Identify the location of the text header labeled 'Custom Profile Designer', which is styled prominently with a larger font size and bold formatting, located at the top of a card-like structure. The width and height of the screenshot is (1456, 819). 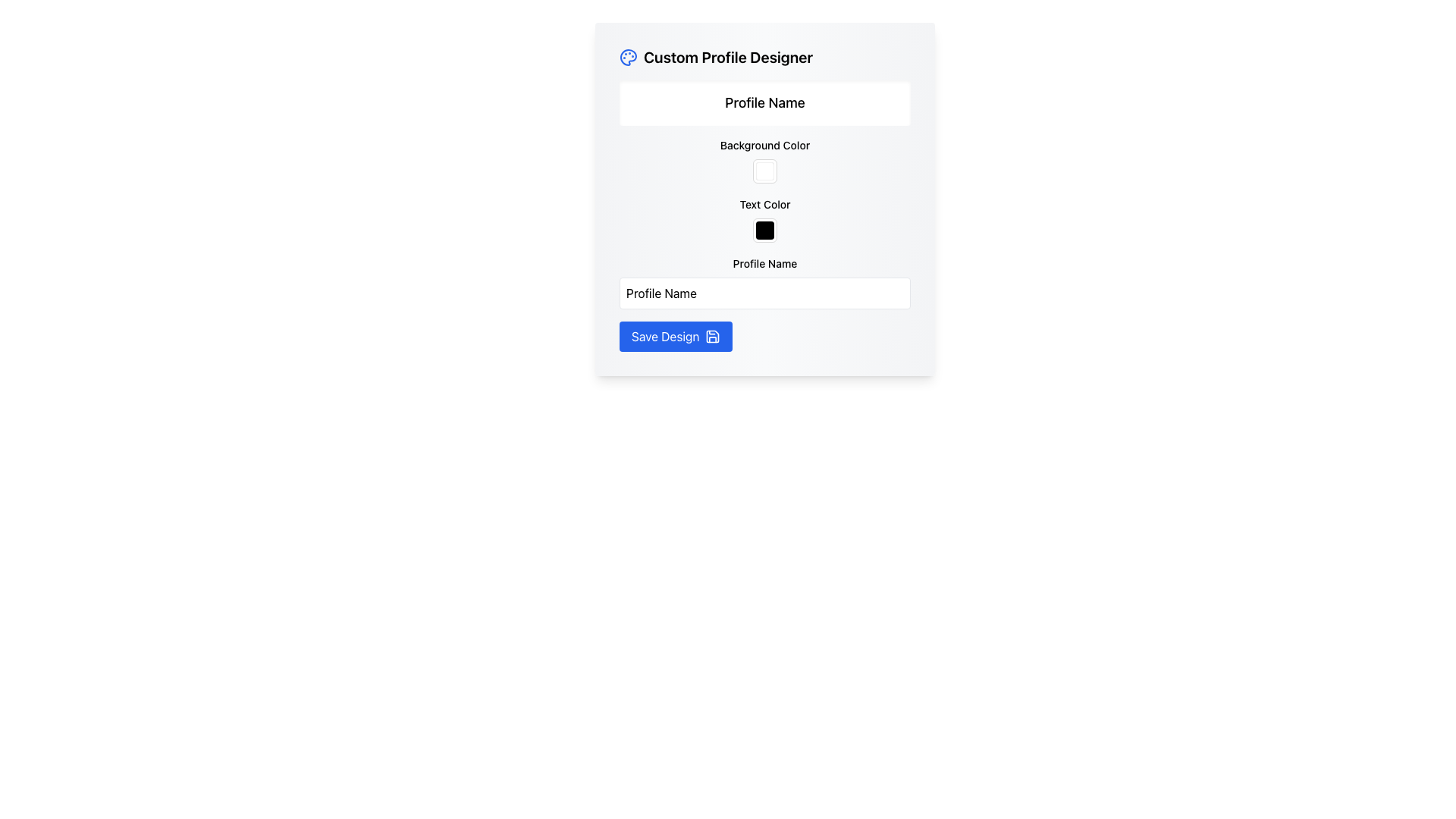
(764, 57).